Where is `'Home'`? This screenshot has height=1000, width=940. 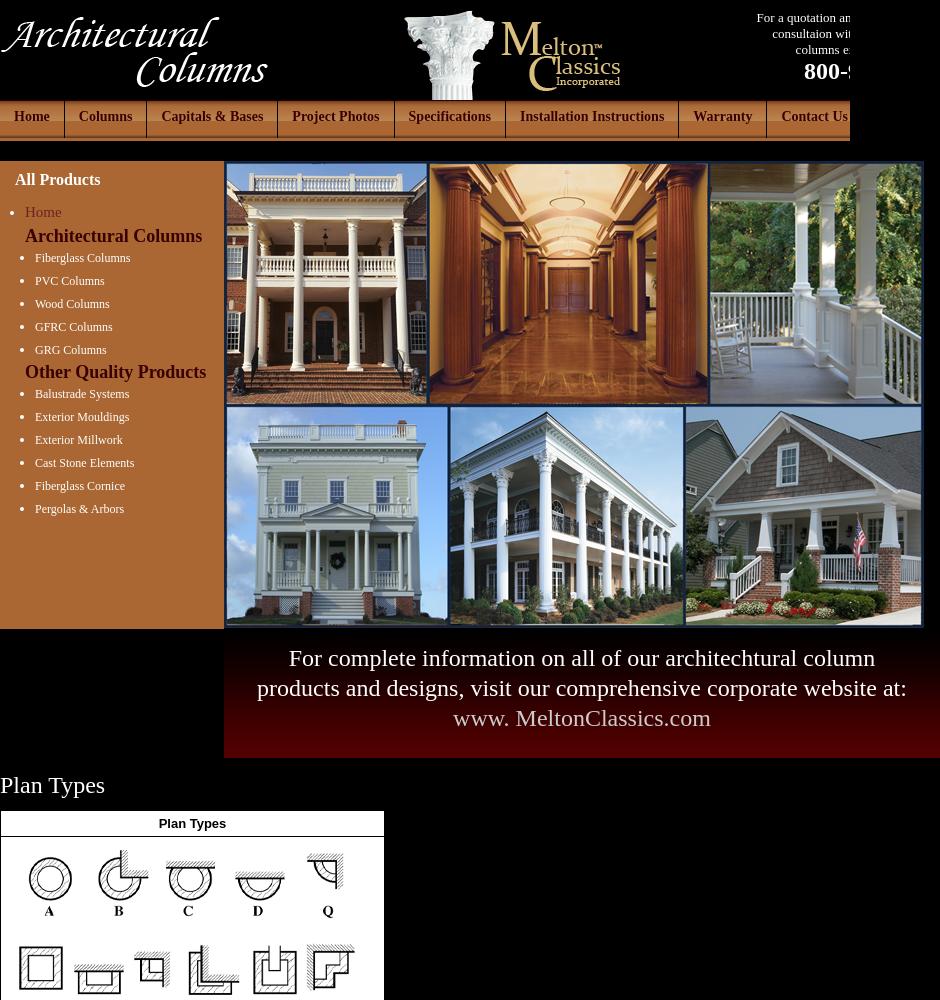
'Home' is located at coordinates (41, 211).